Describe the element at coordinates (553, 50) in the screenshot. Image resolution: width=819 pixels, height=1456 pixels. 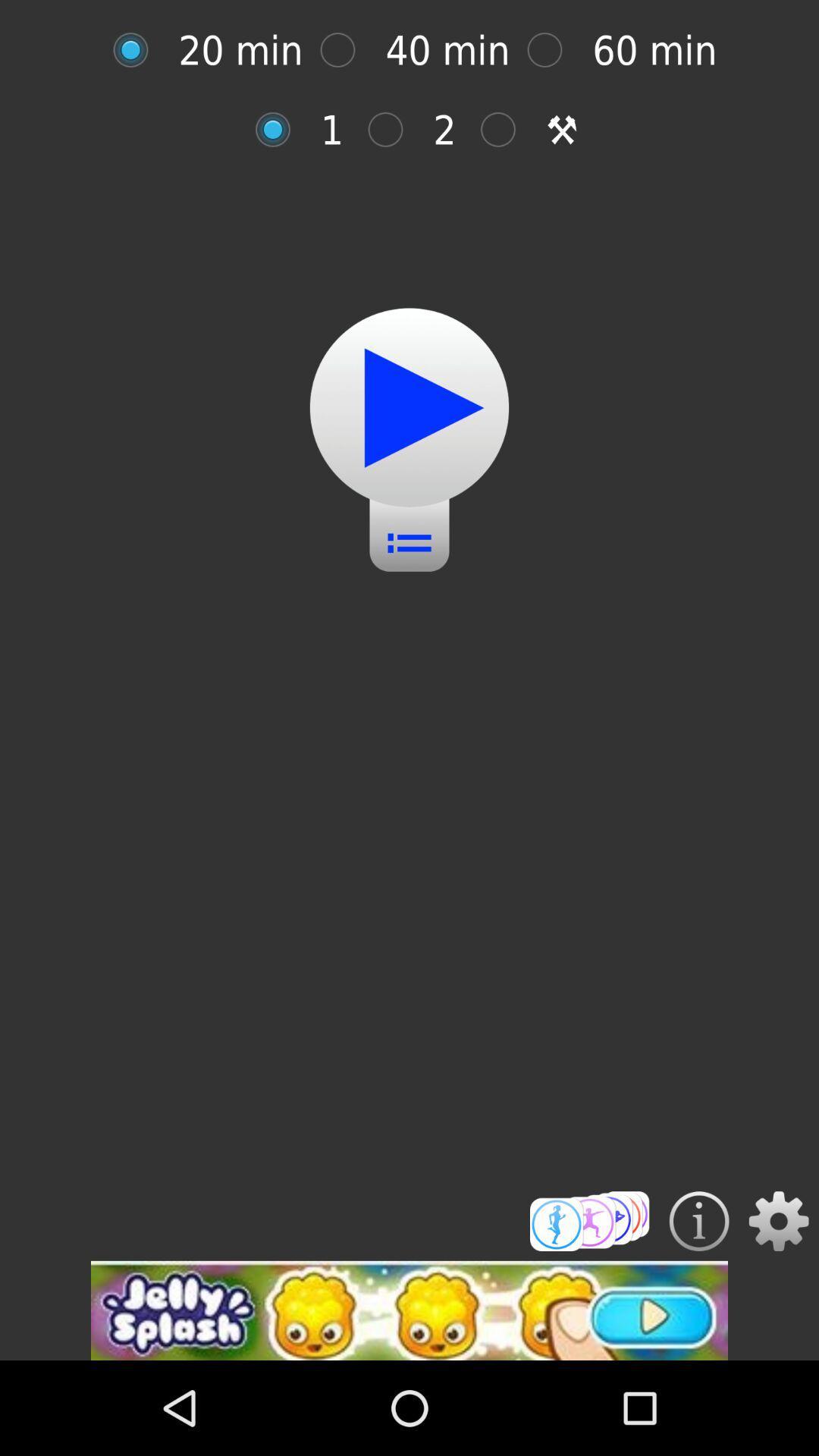
I see `60 minute workout` at that location.